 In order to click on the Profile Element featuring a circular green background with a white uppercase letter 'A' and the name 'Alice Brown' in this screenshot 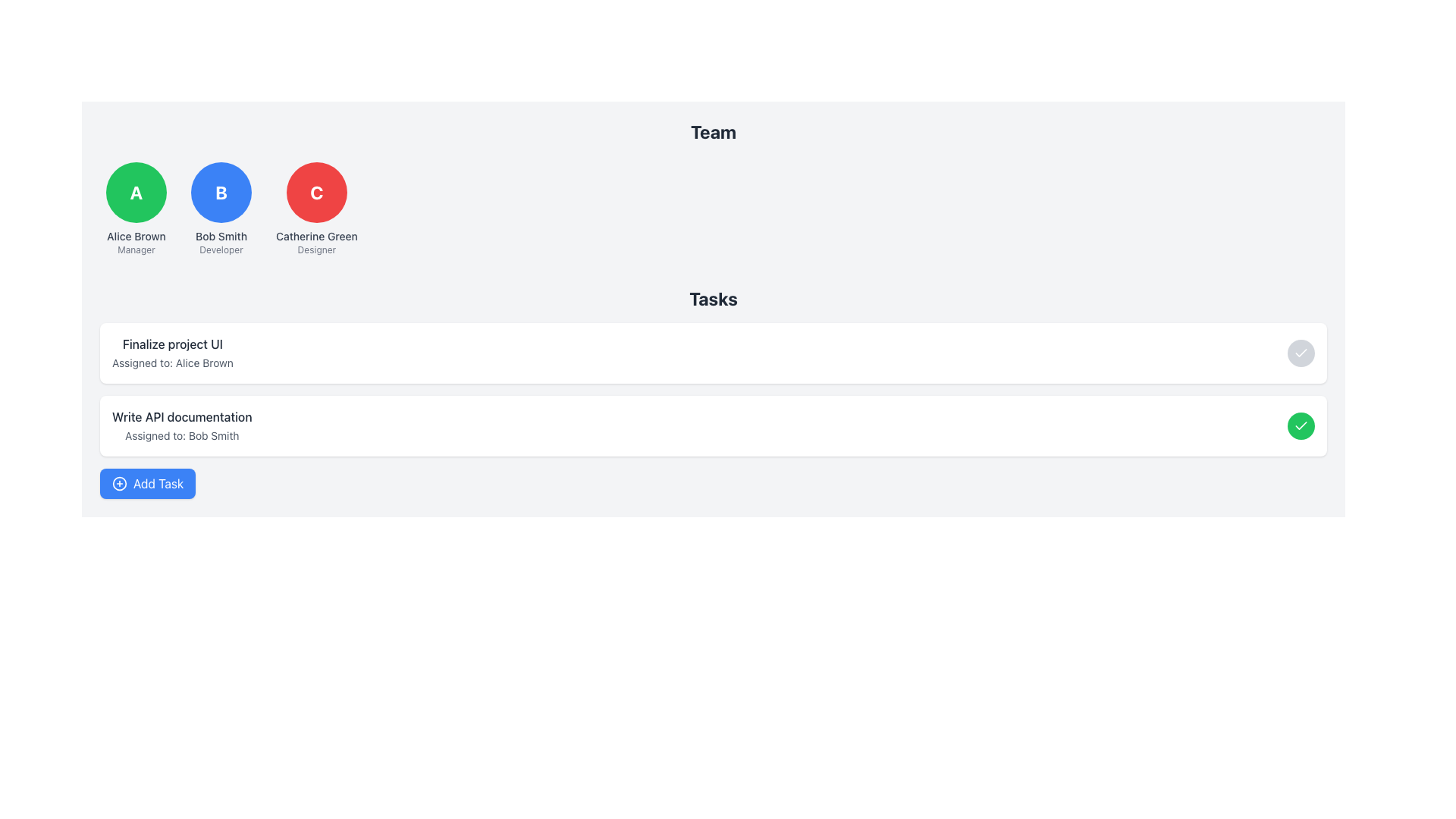, I will do `click(136, 209)`.